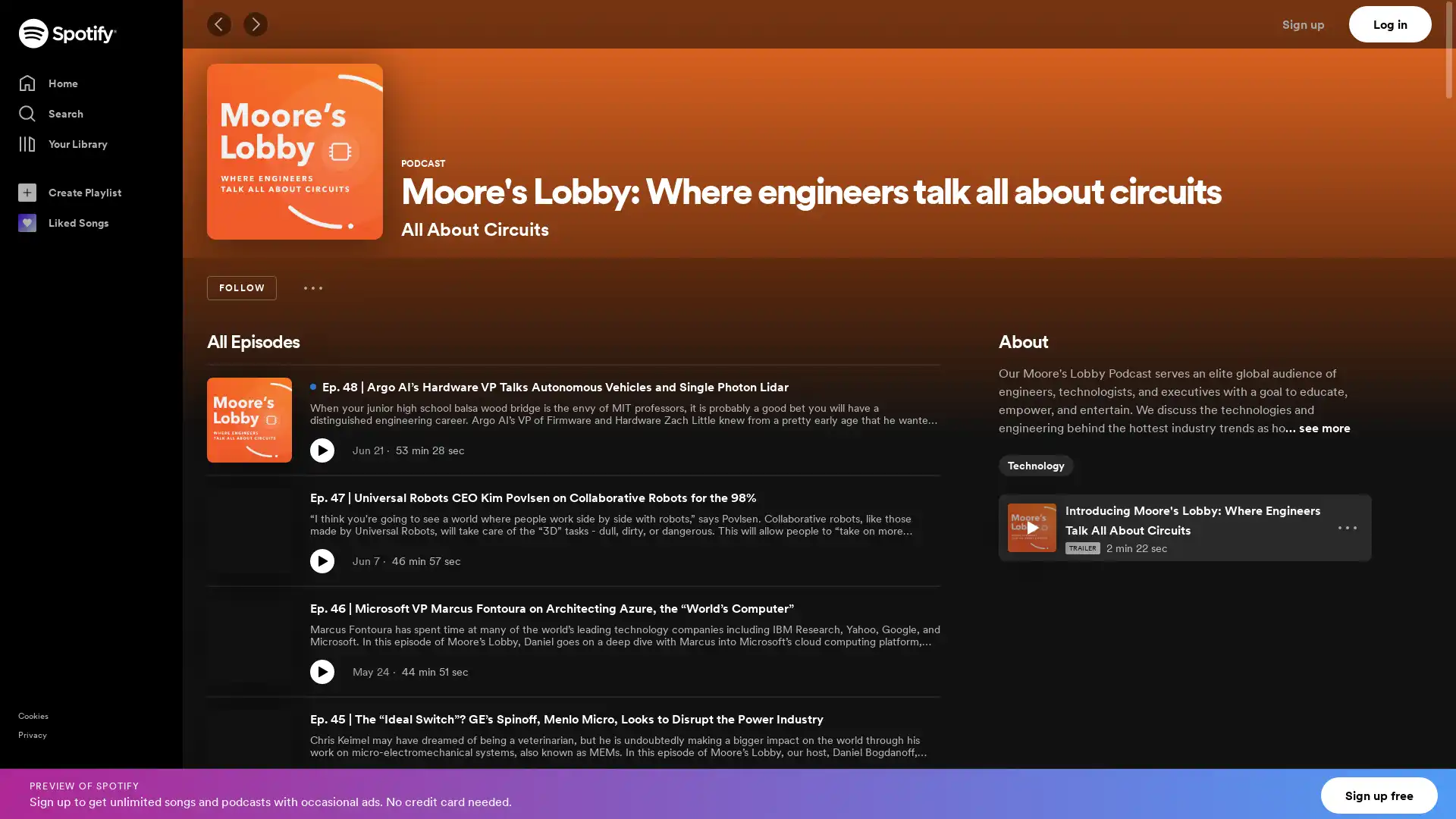 The image size is (1456, 819). Describe the element at coordinates (1316, 427) in the screenshot. I see `... see more` at that location.